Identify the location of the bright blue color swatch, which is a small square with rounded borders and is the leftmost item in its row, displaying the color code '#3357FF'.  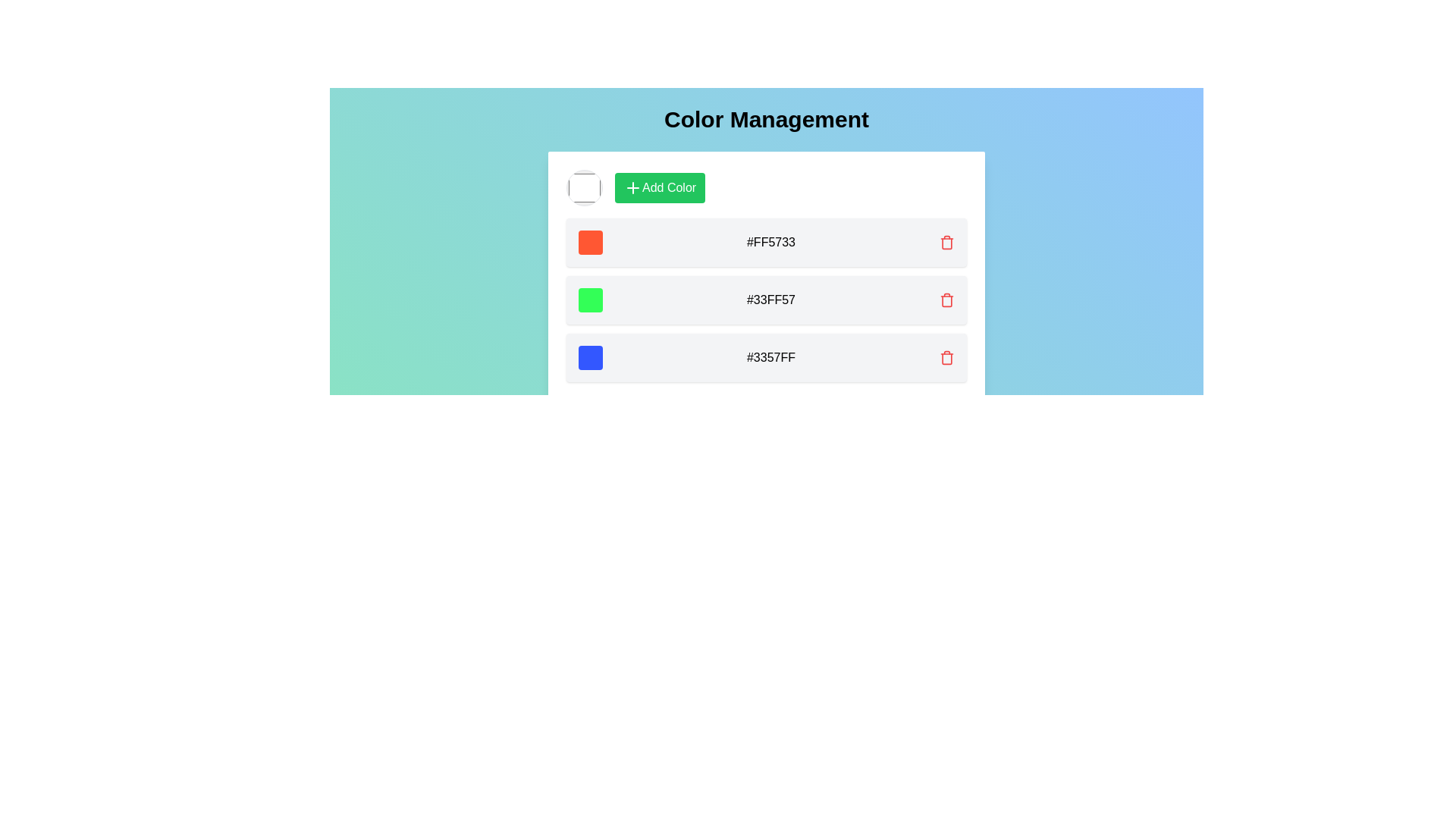
(589, 357).